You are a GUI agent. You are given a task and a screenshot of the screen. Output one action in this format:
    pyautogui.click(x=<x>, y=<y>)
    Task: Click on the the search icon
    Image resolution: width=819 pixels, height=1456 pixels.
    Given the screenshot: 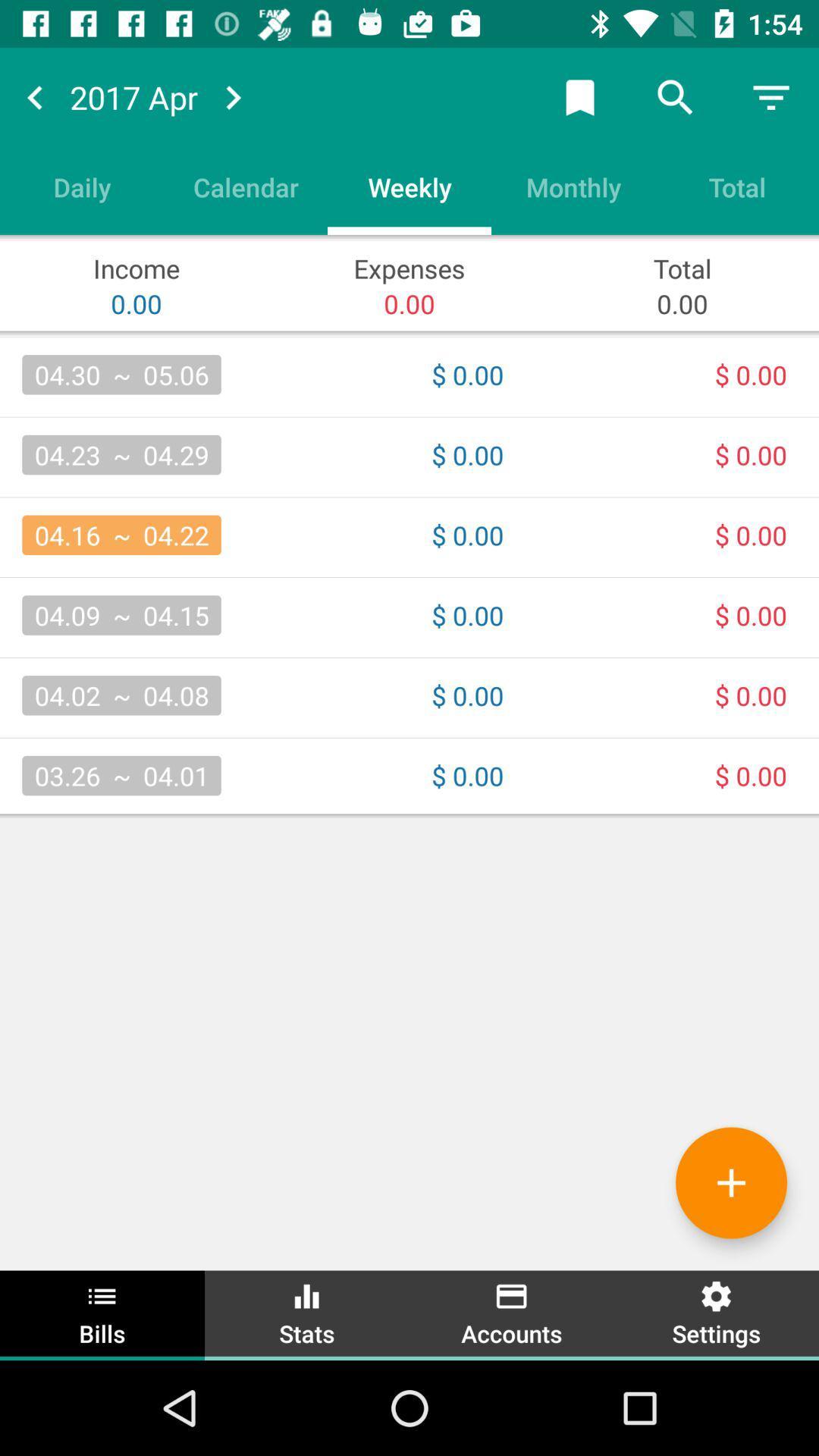 What is the action you would take?
    pyautogui.click(x=675, y=96)
    